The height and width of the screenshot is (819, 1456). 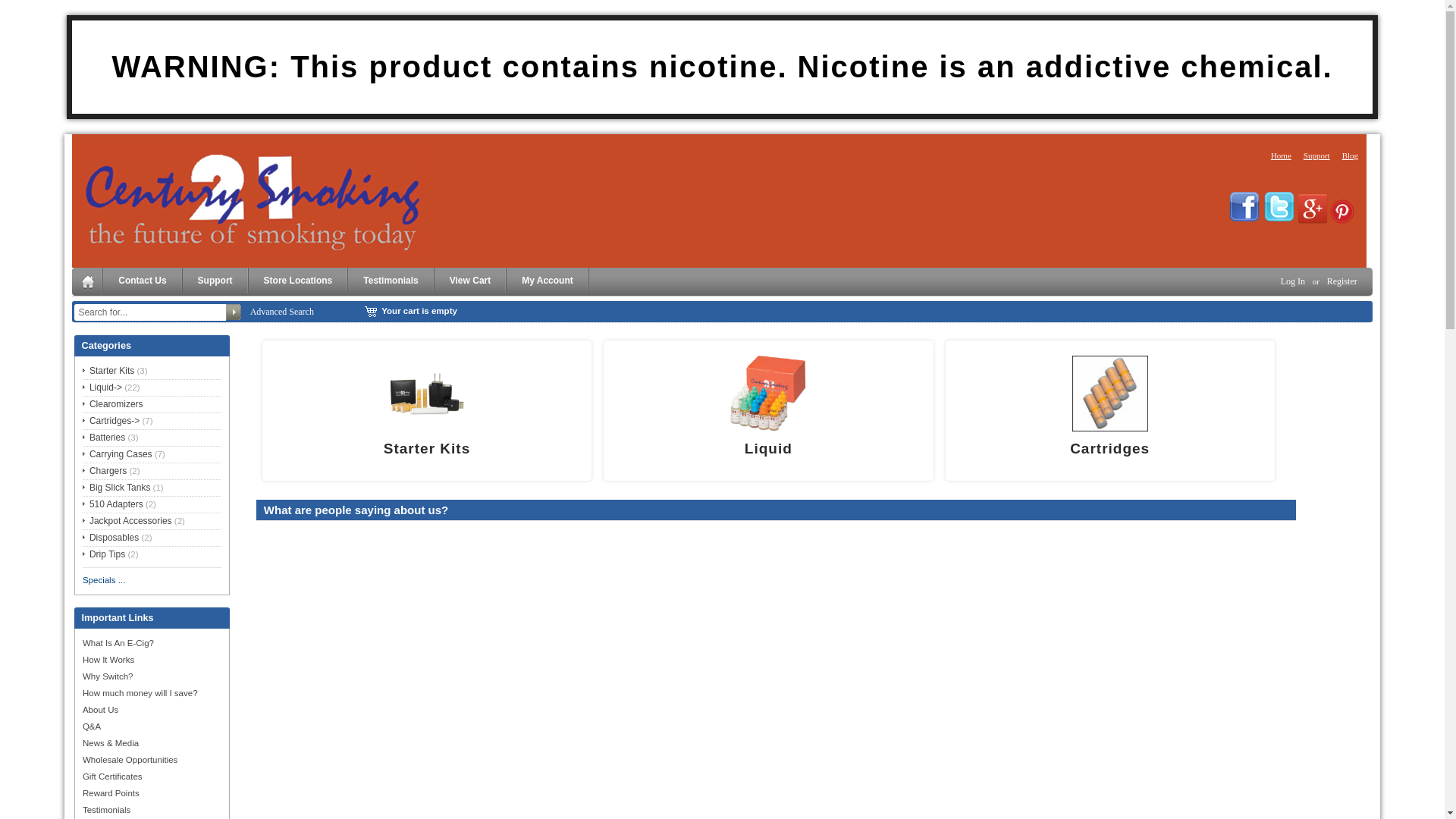 I want to click on '510 Adapters', so click(x=82, y=504).